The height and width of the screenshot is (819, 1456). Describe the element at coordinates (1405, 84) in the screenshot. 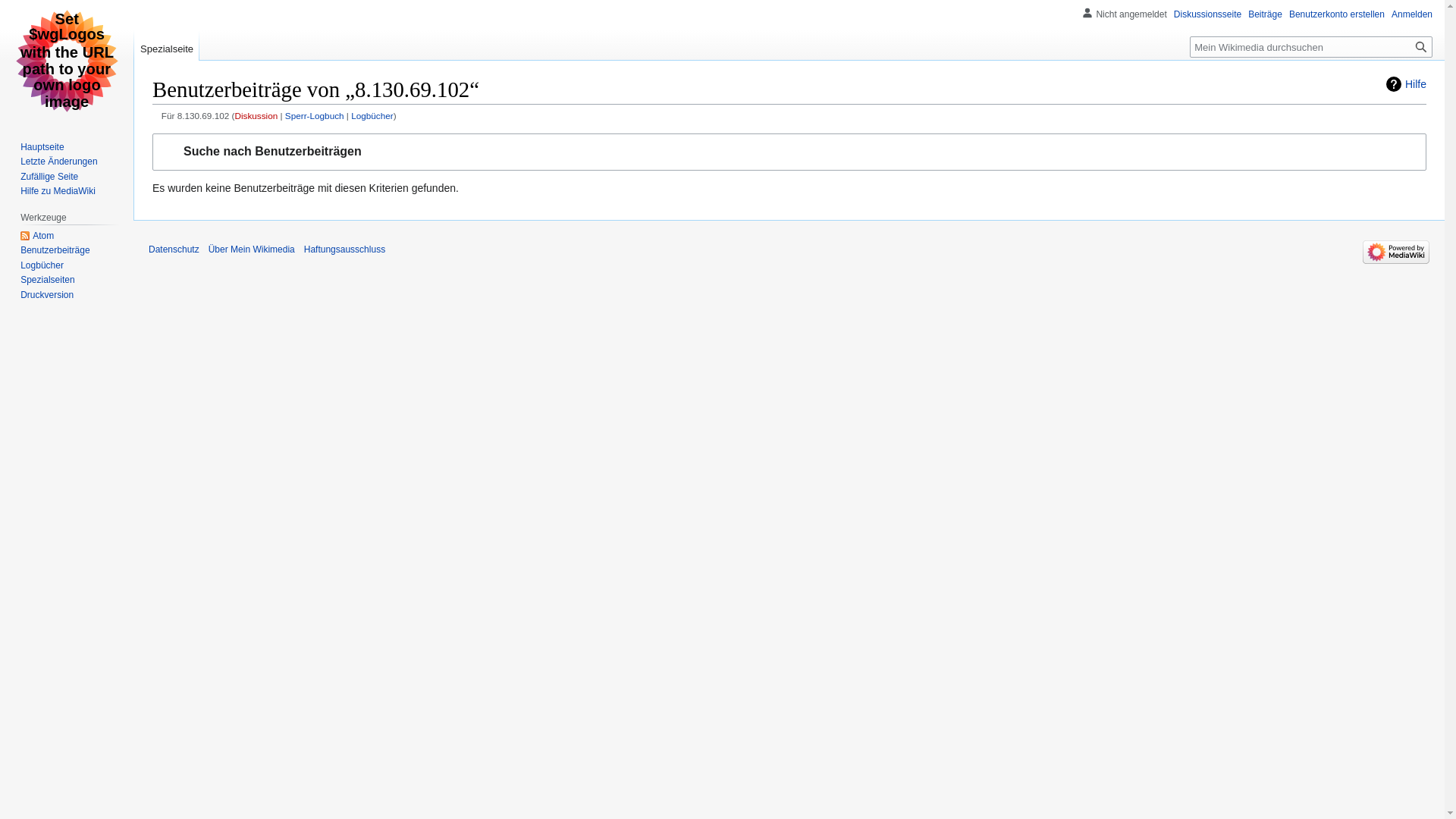

I see `'Hilfe'` at that location.